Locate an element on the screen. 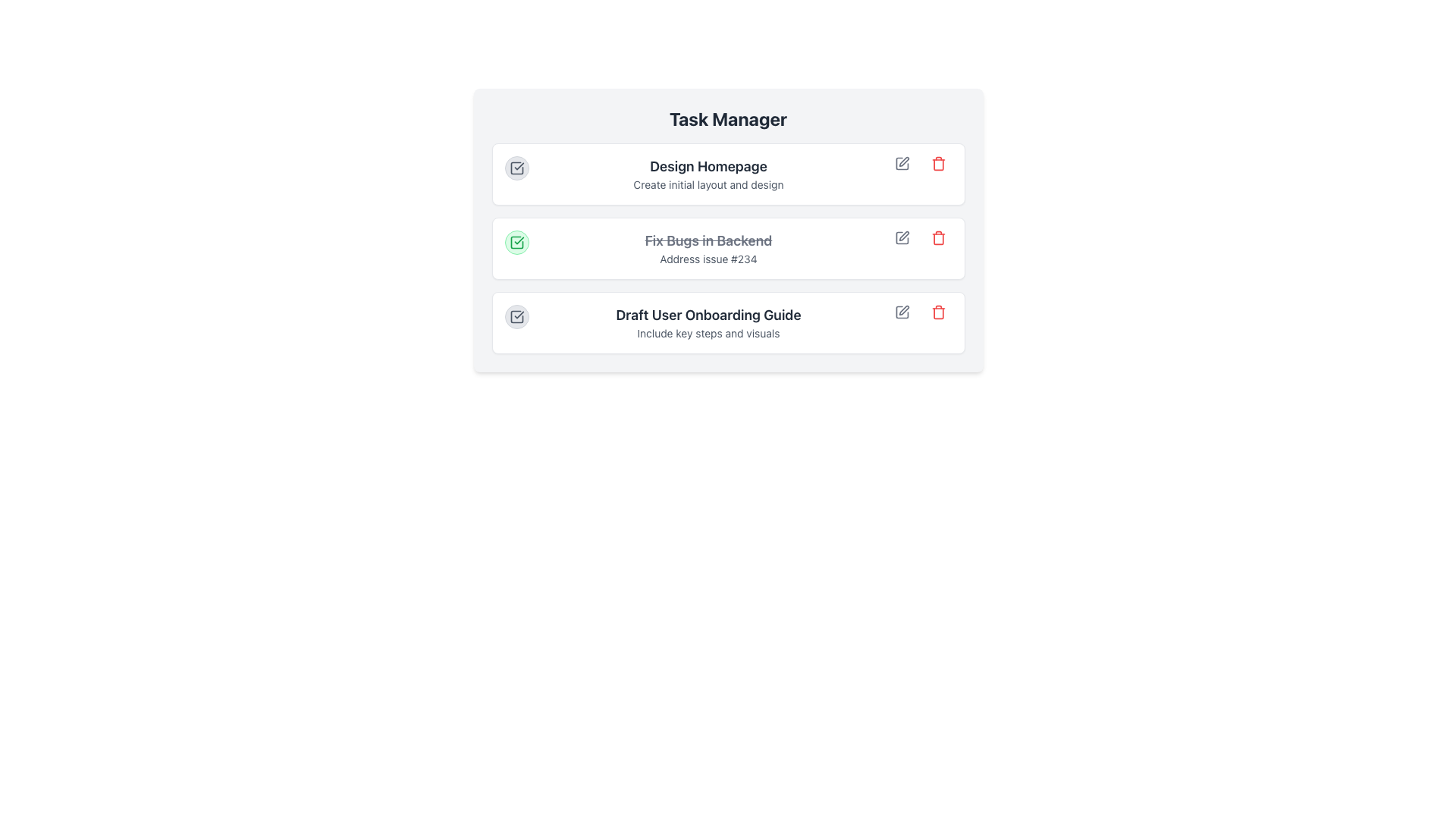 The image size is (1456, 819). the text block that provides information about the task named 'Design Homepage' is located at coordinates (708, 174).